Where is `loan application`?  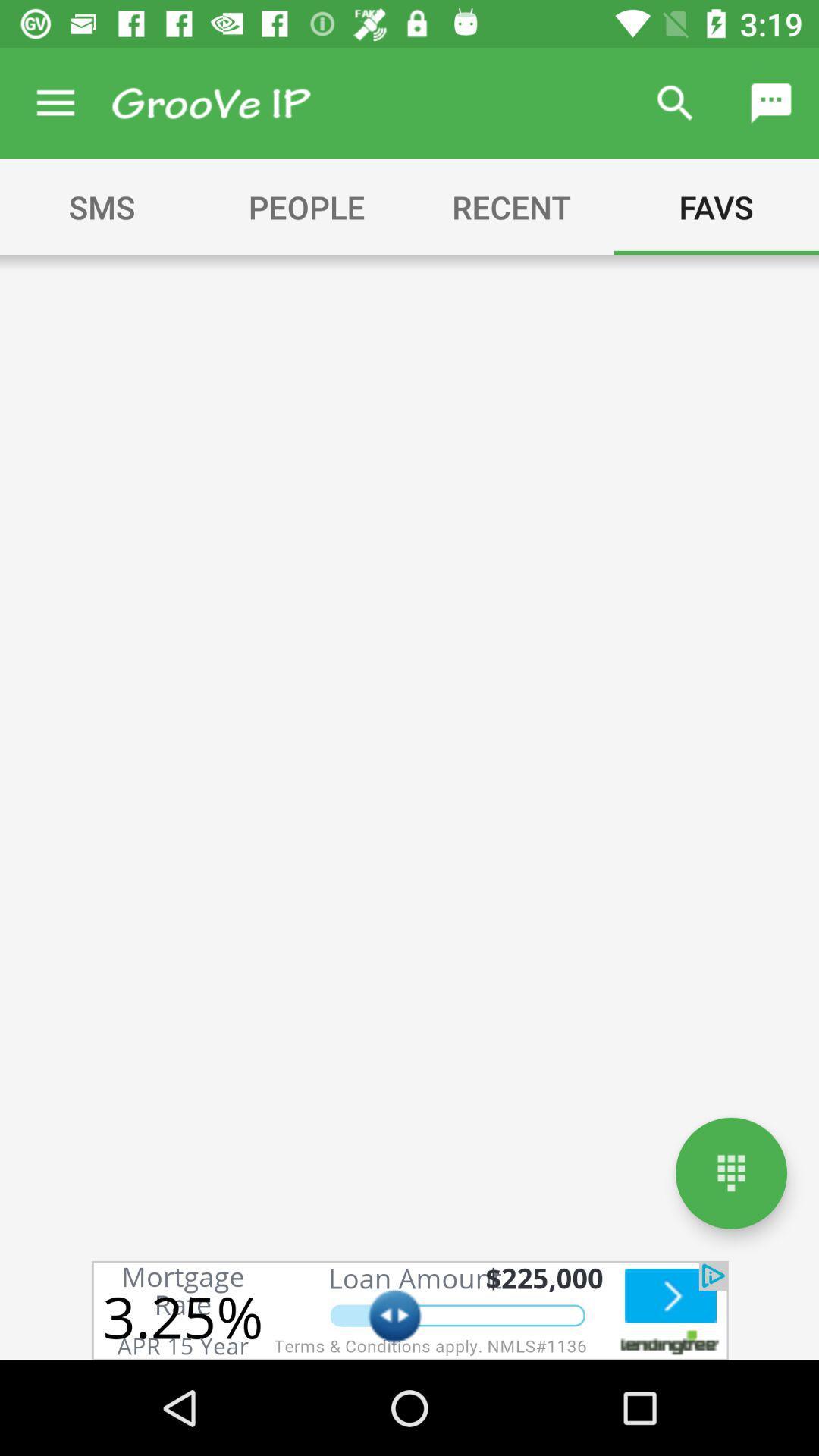
loan application is located at coordinates (409, 1310).